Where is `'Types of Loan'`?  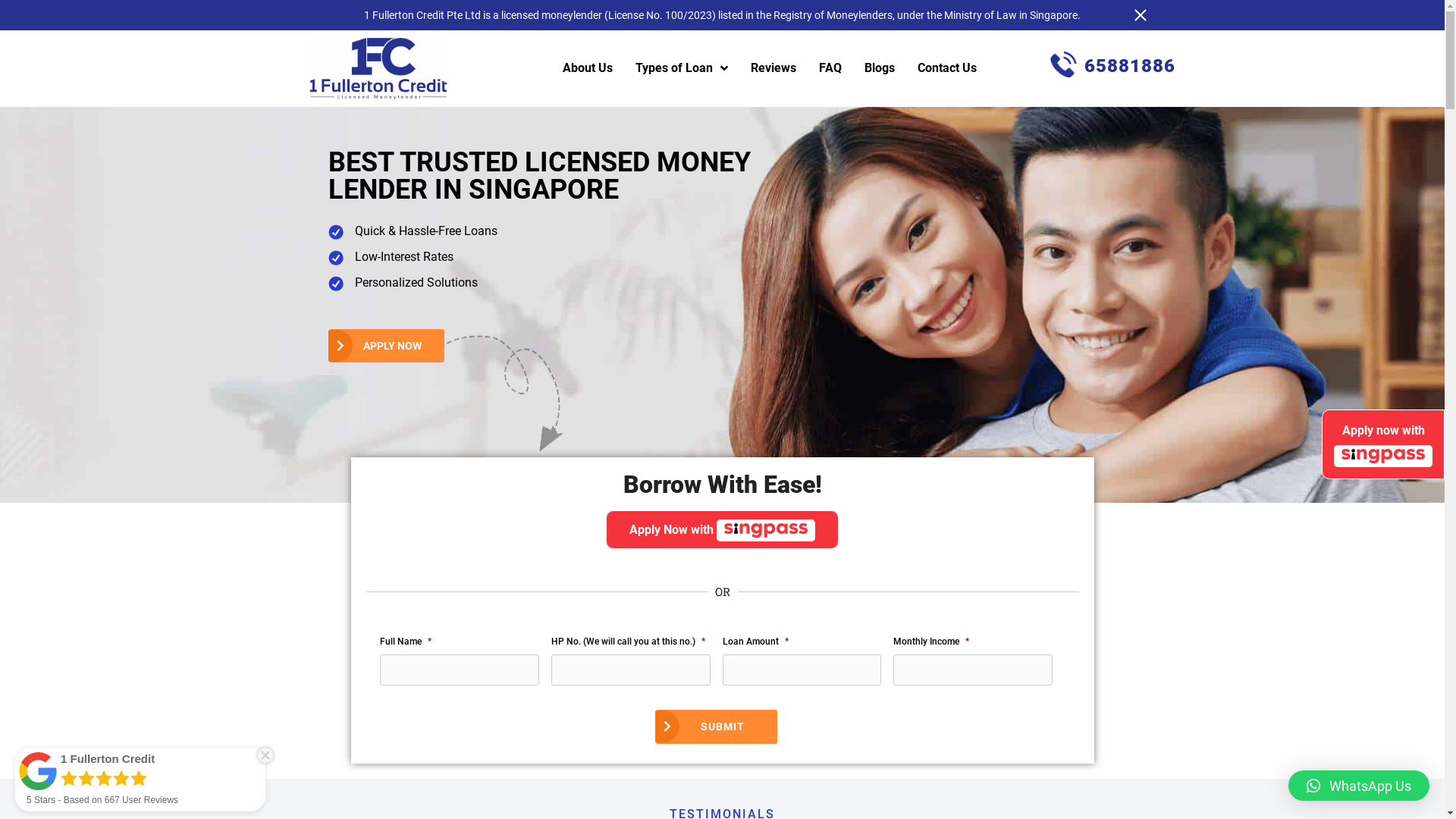 'Types of Loan' is located at coordinates (680, 67).